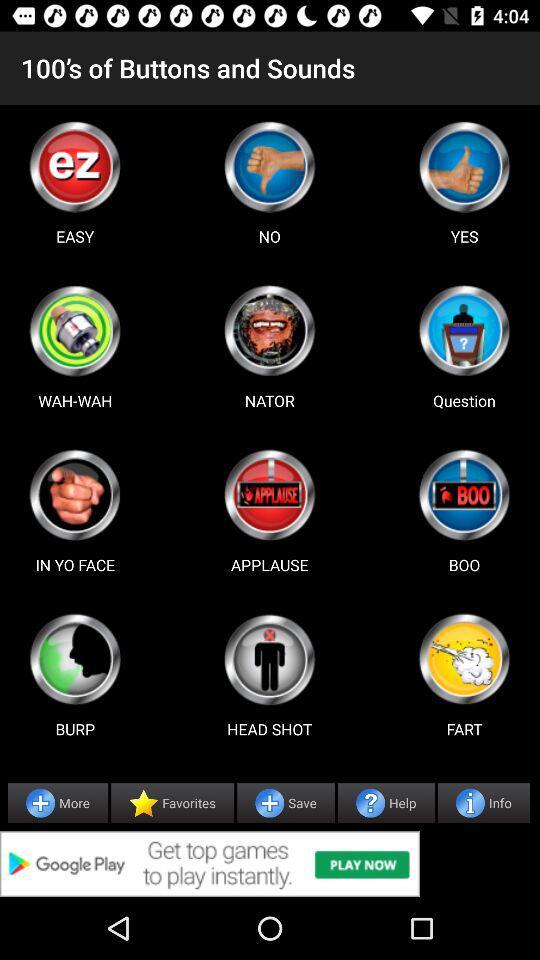  Describe the element at coordinates (269, 494) in the screenshot. I see `applause button` at that location.